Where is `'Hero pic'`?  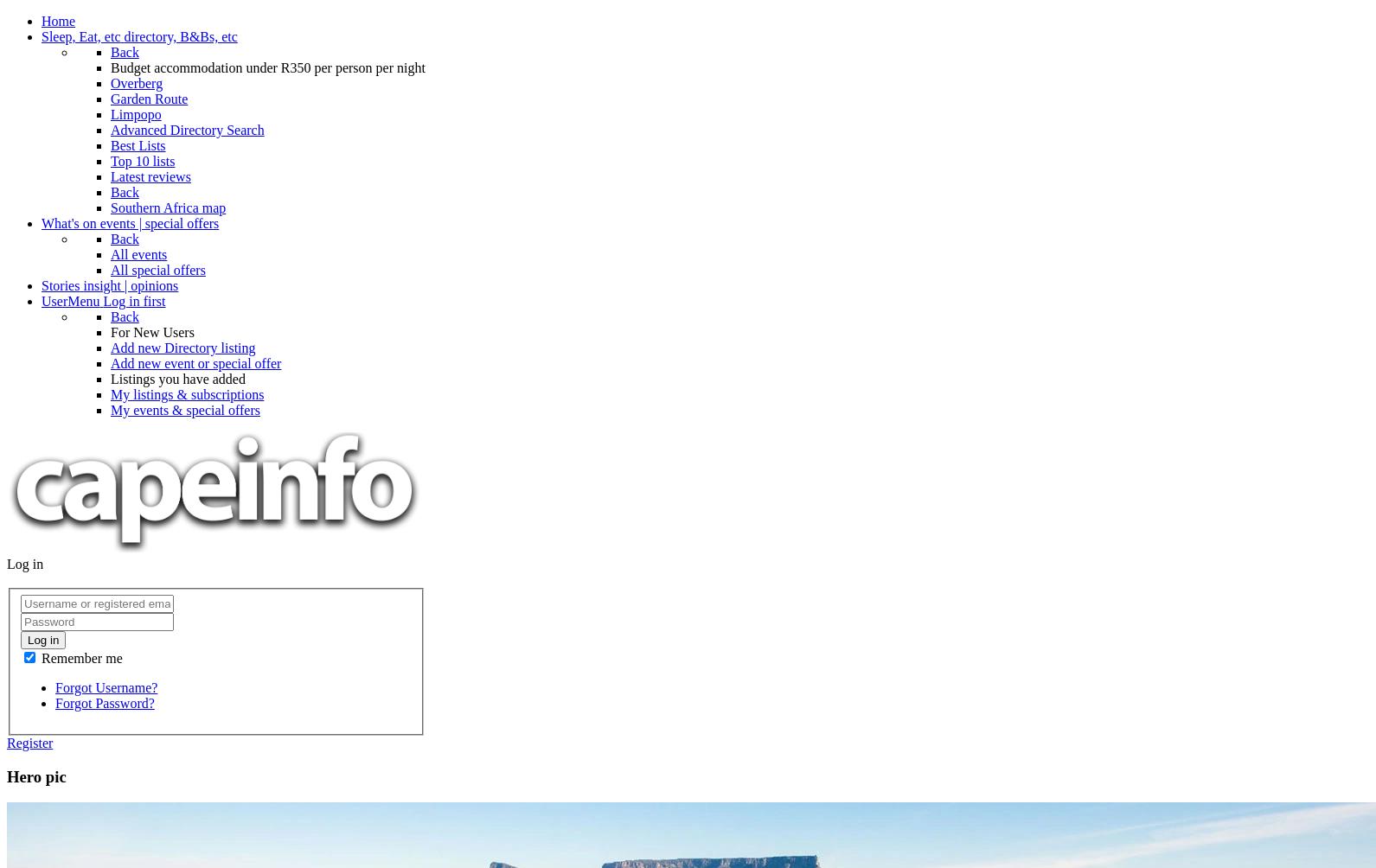
'Hero pic' is located at coordinates (36, 775).